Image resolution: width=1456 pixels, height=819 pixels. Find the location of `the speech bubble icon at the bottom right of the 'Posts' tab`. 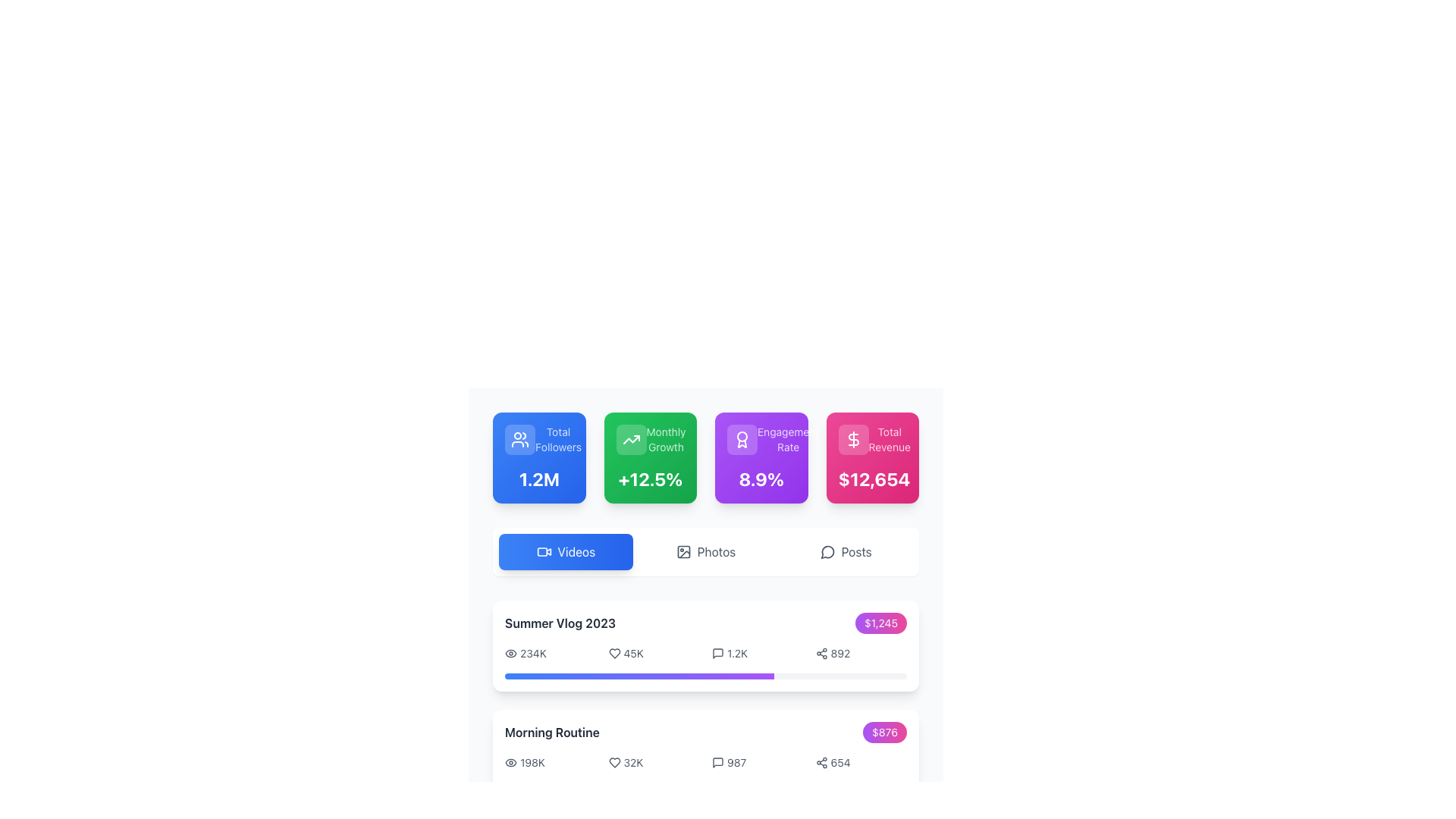

the speech bubble icon at the bottom right of the 'Posts' tab is located at coordinates (827, 552).